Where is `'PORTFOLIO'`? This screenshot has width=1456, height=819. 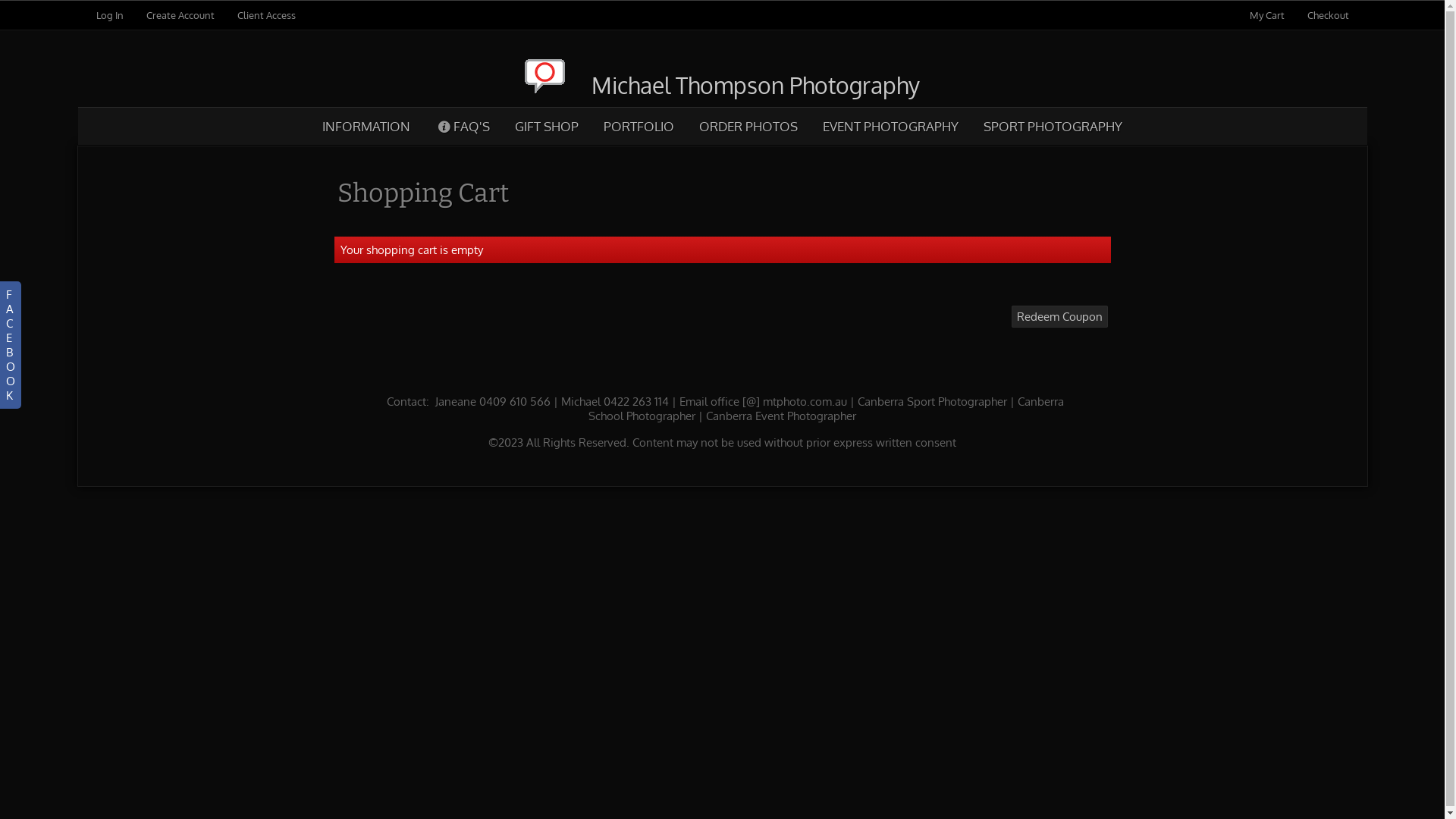
'PORTFOLIO' is located at coordinates (638, 125).